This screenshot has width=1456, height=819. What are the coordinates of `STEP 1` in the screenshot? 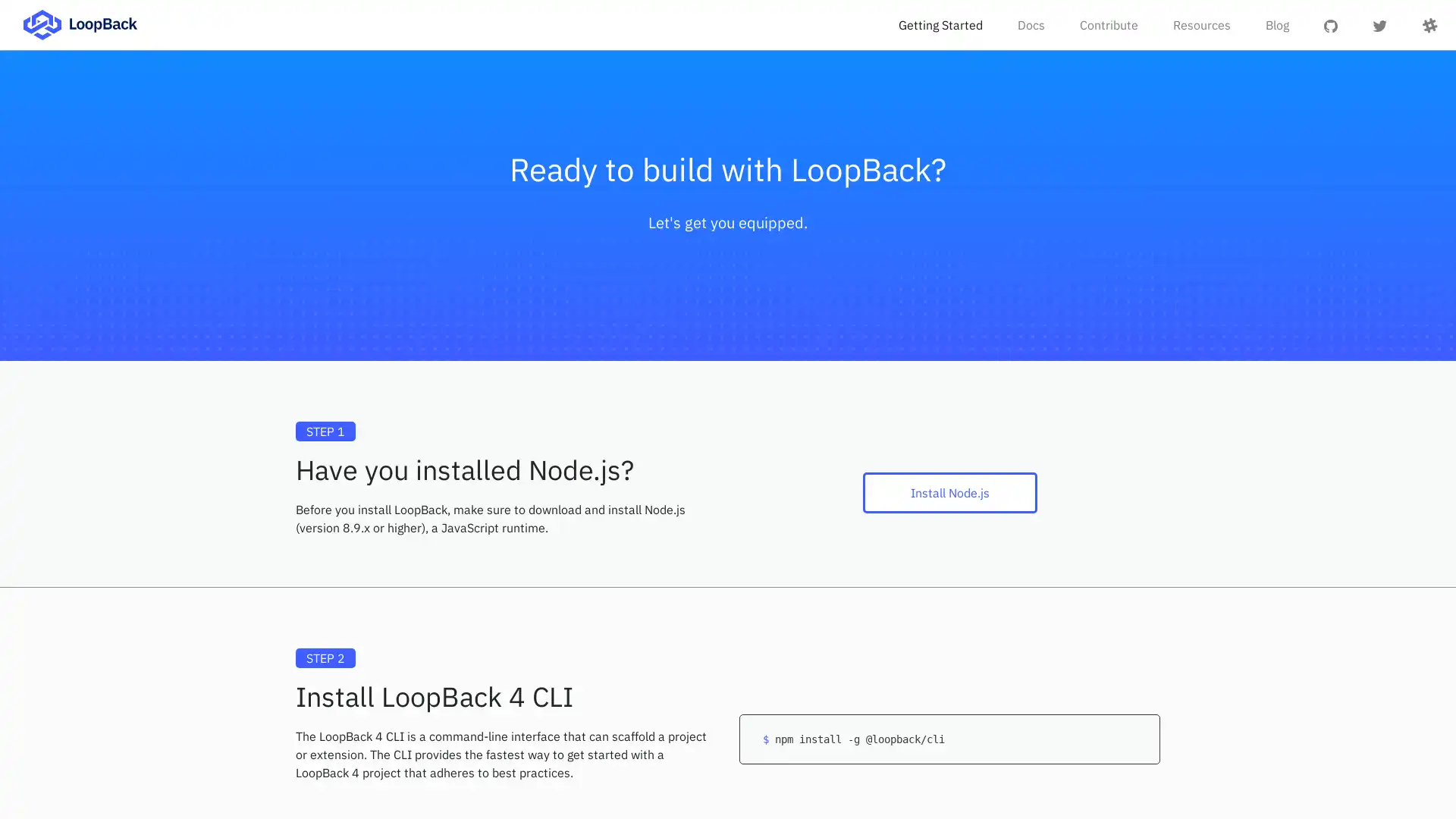 It's located at (325, 431).